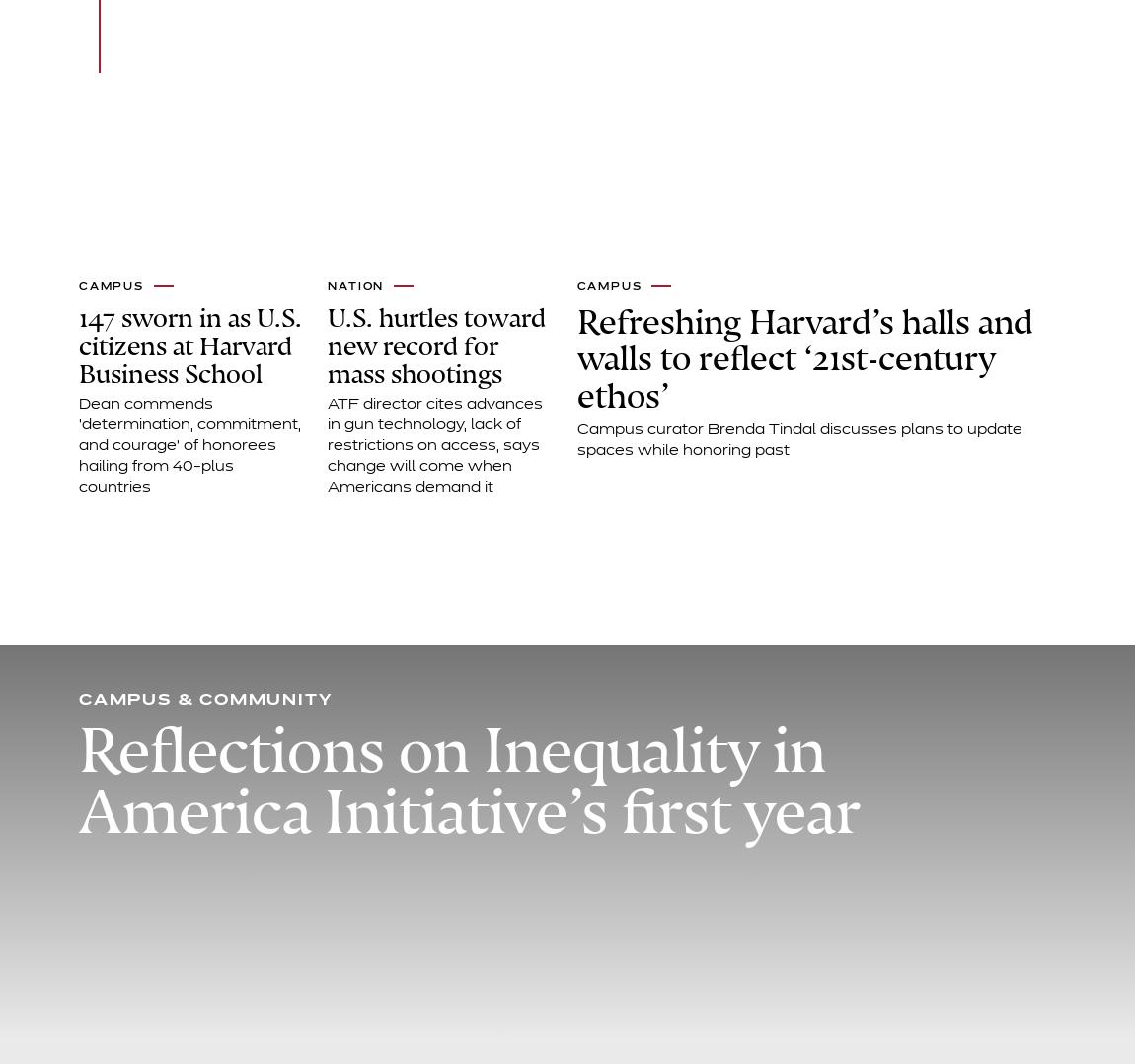 The height and width of the screenshot is (1064, 1135). What do you see at coordinates (204, 699) in the screenshot?
I see `'Campus & Community'` at bounding box center [204, 699].